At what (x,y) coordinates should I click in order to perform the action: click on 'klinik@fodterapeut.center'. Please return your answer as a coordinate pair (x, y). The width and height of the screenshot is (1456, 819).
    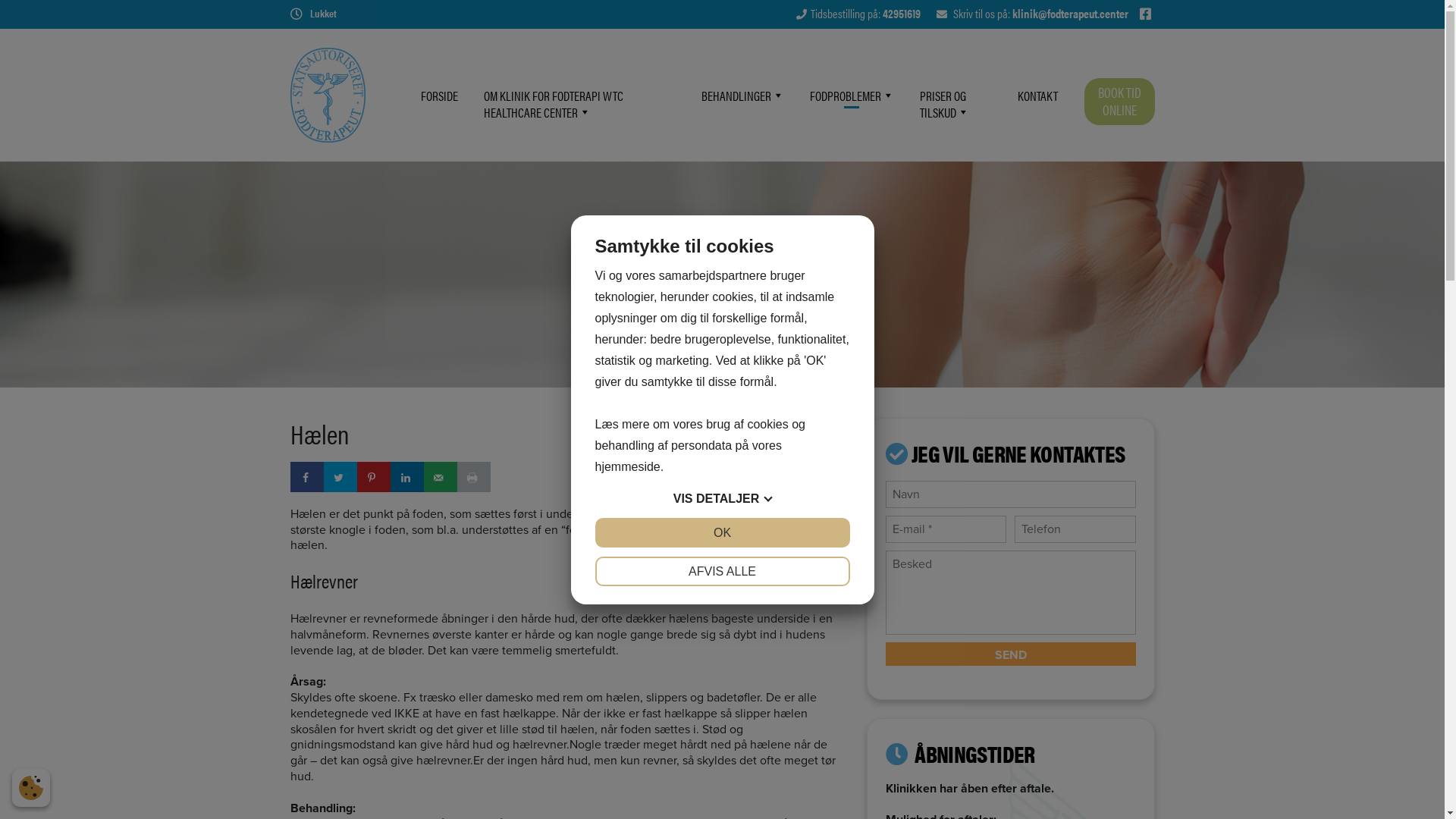
    Looking at the image, I should click on (1068, 13).